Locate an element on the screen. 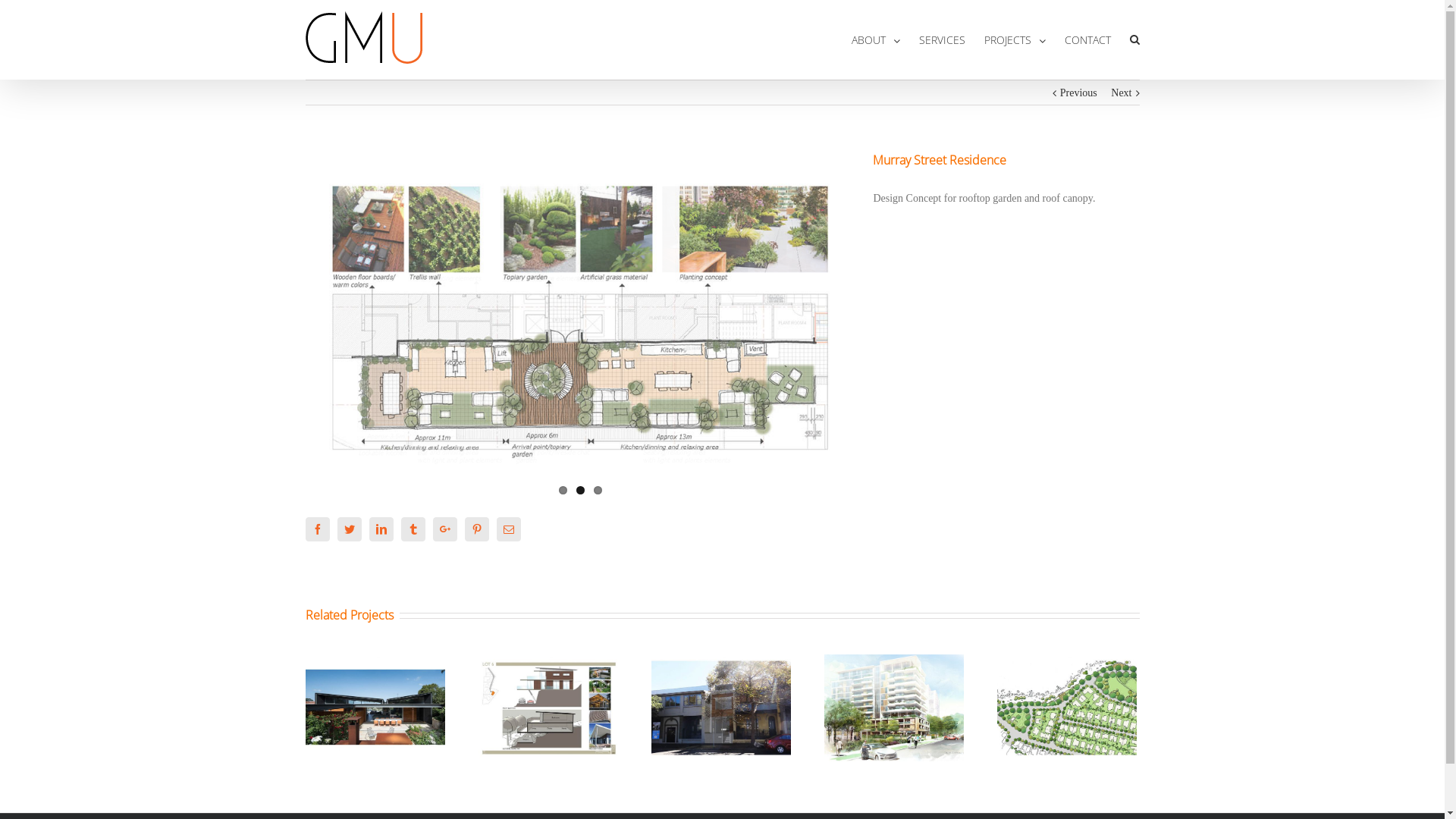 The width and height of the screenshot is (1456, 819). 'Next' is located at coordinates (1121, 93).